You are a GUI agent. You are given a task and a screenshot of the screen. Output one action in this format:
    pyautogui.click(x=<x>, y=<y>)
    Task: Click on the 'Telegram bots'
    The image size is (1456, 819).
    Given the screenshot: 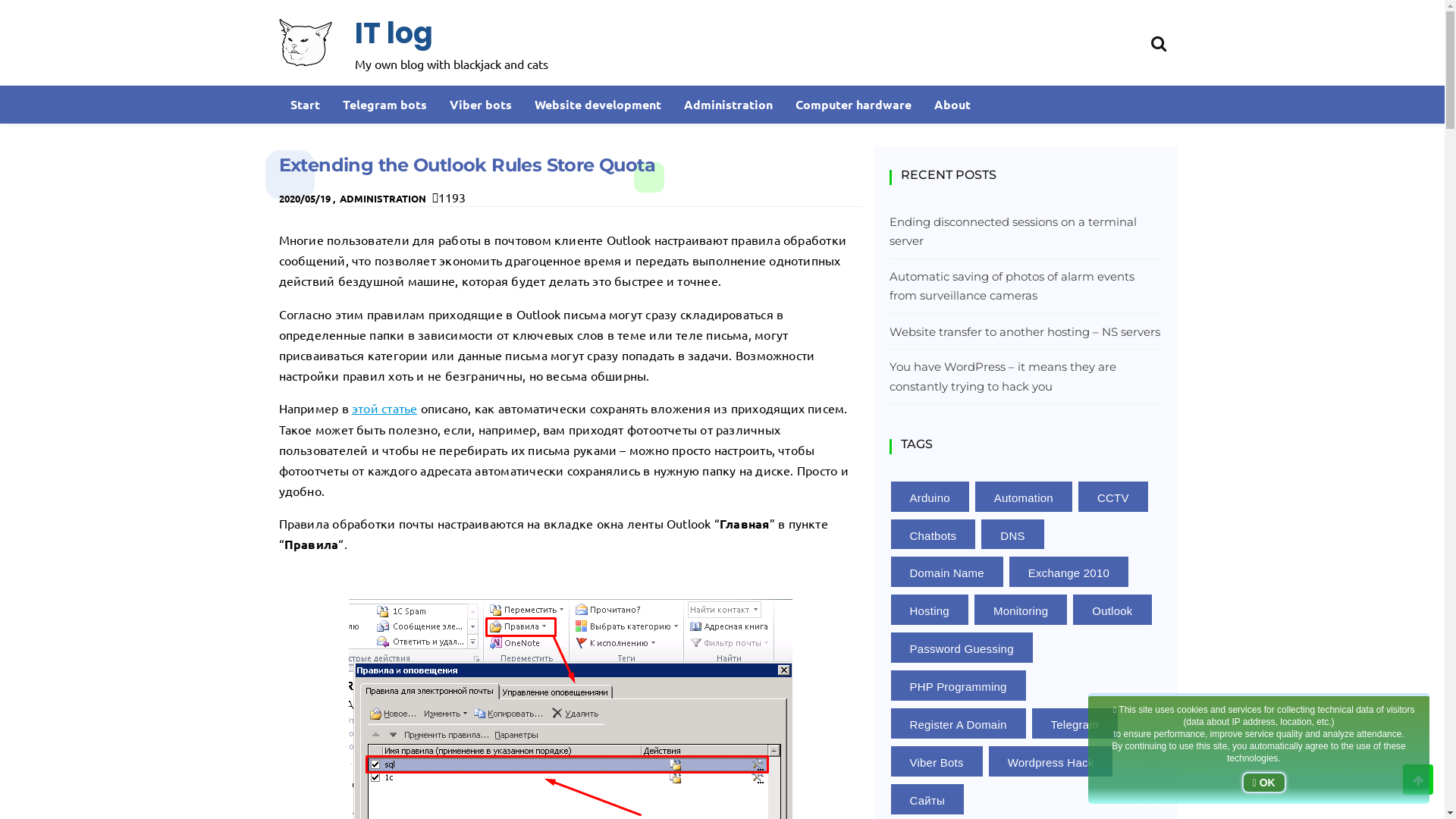 What is the action you would take?
    pyautogui.click(x=384, y=104)
    